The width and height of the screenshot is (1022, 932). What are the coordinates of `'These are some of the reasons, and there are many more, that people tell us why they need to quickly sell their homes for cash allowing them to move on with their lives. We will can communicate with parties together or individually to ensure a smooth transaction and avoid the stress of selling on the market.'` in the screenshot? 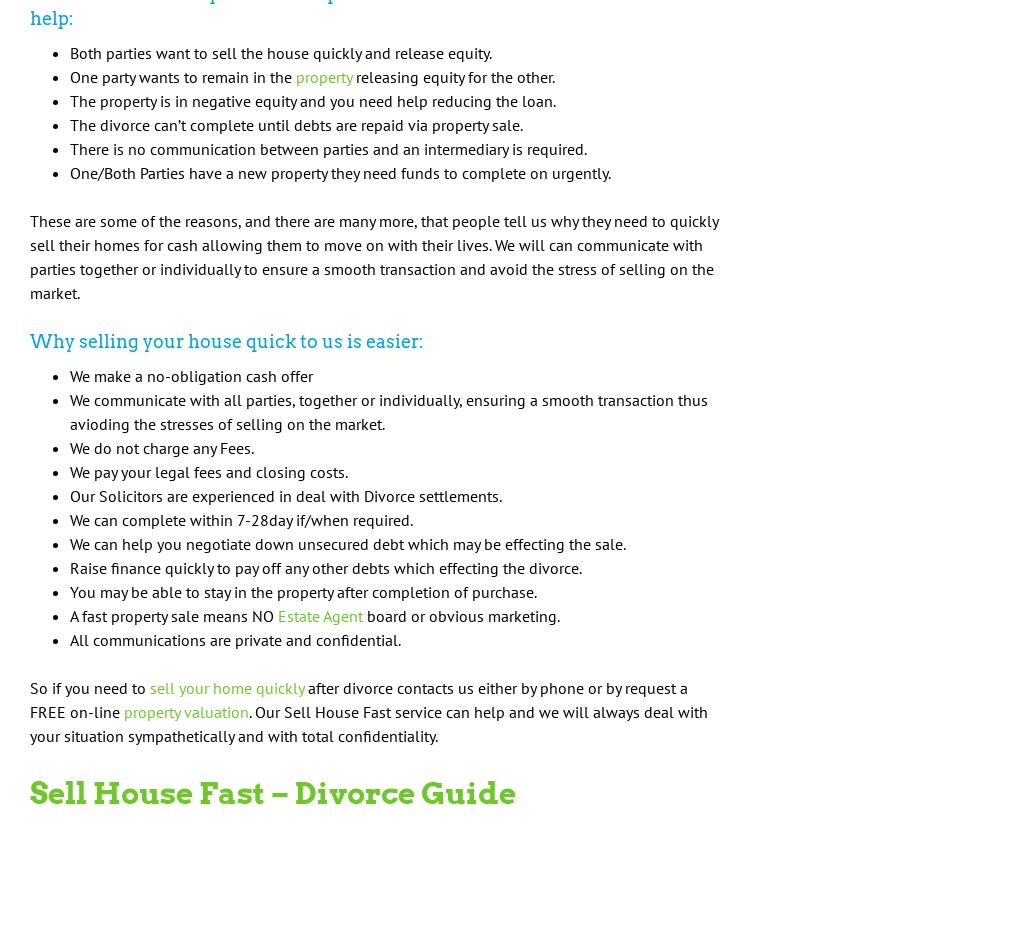 It's located at (372, 255).